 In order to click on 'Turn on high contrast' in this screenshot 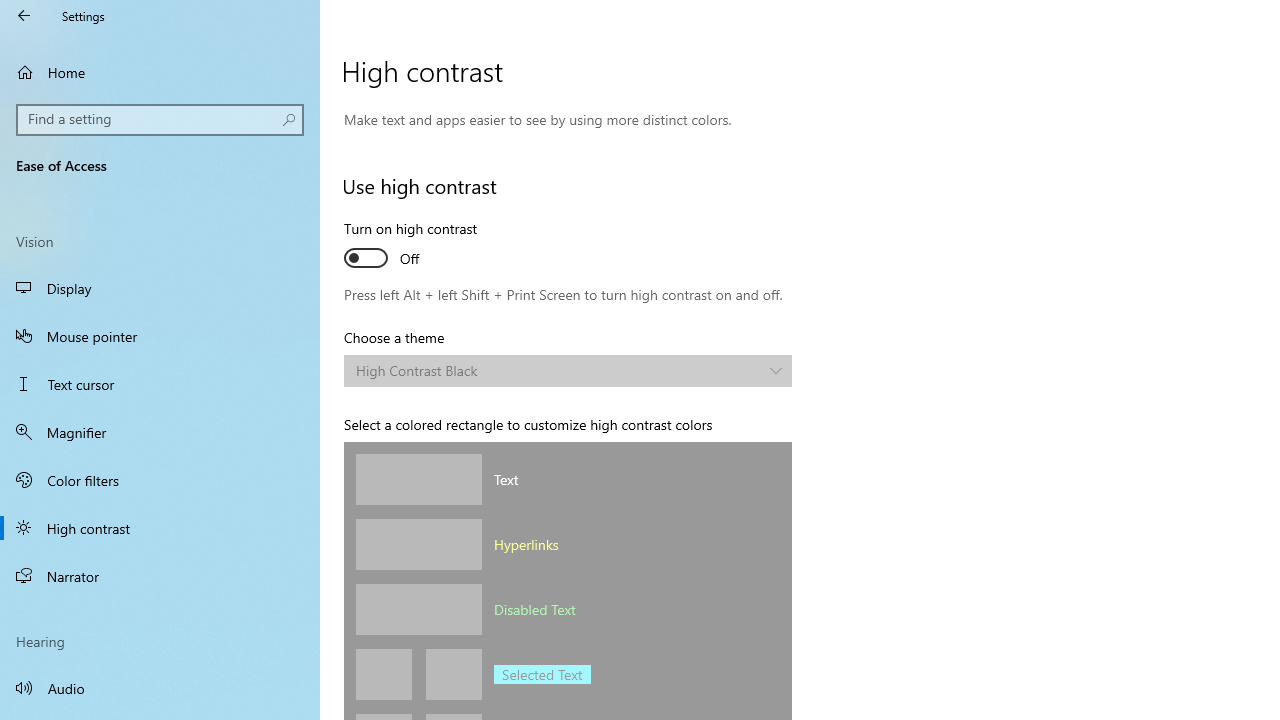, I will do `click(416, 245)`.